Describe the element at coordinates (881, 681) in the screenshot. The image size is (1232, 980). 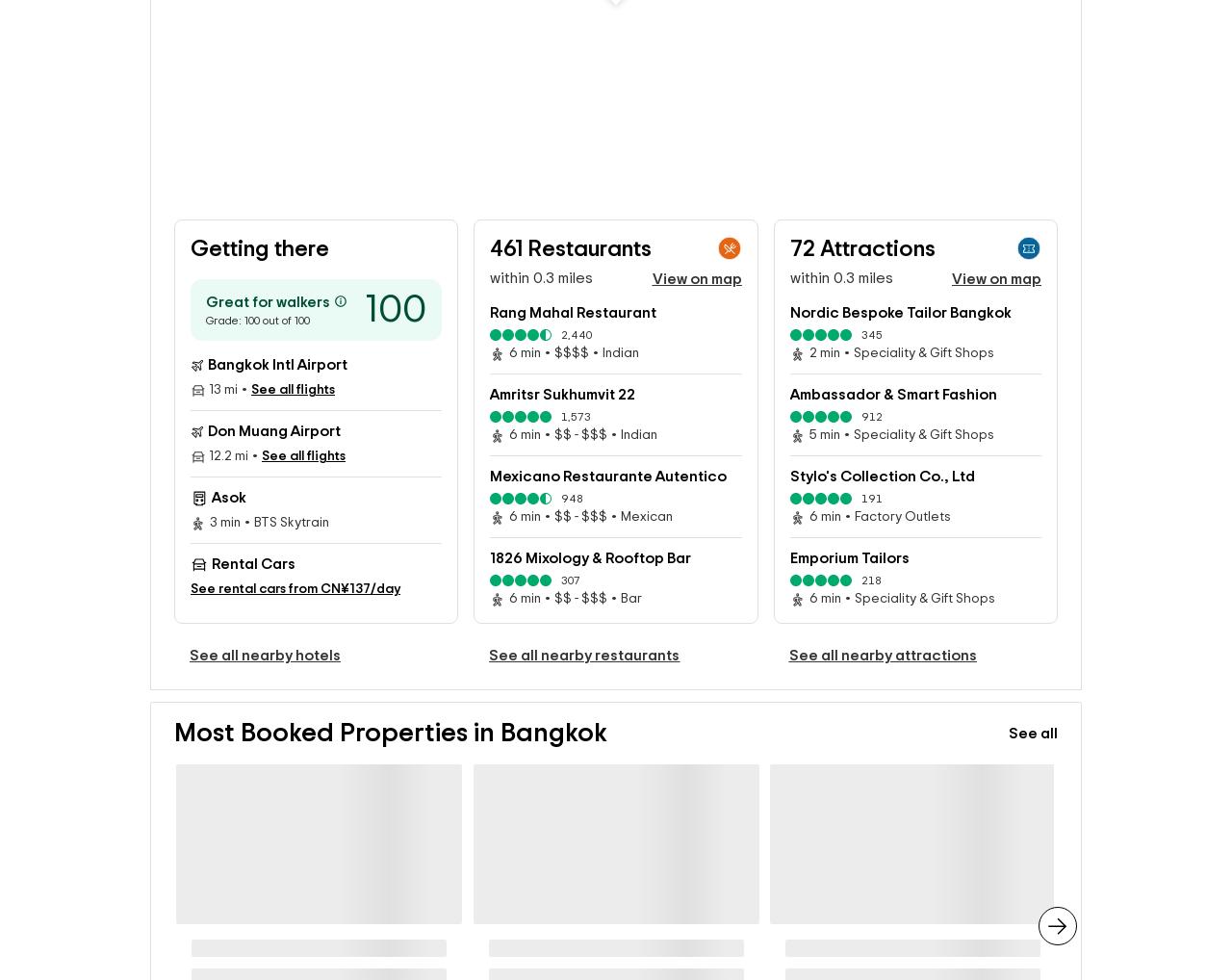
I see `'See all nearby attractions'` at that location.